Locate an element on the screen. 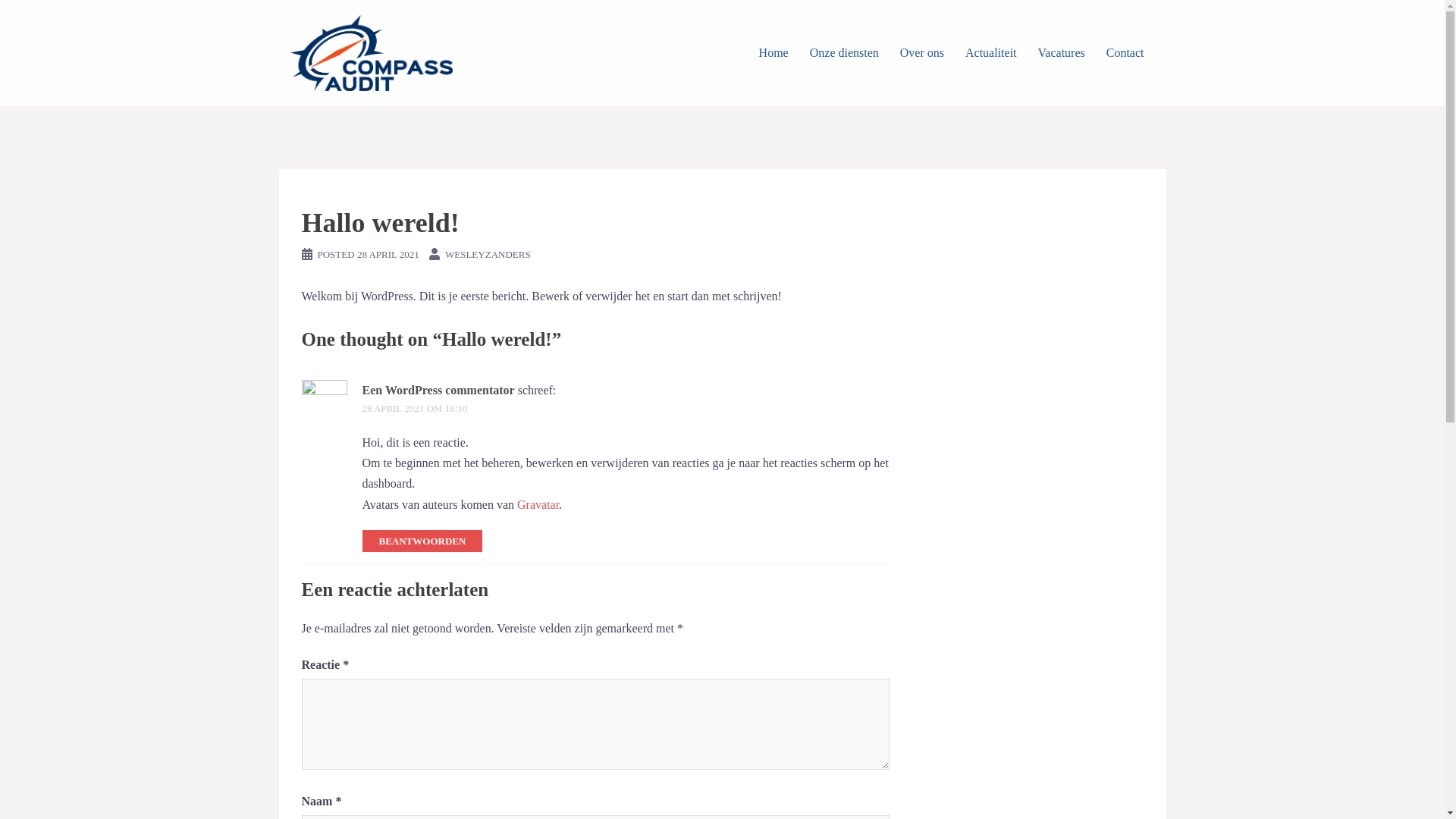 The height and width of the screenshot is (819, 1456). 'Actualiteit' is located at coordinates (964, 52).